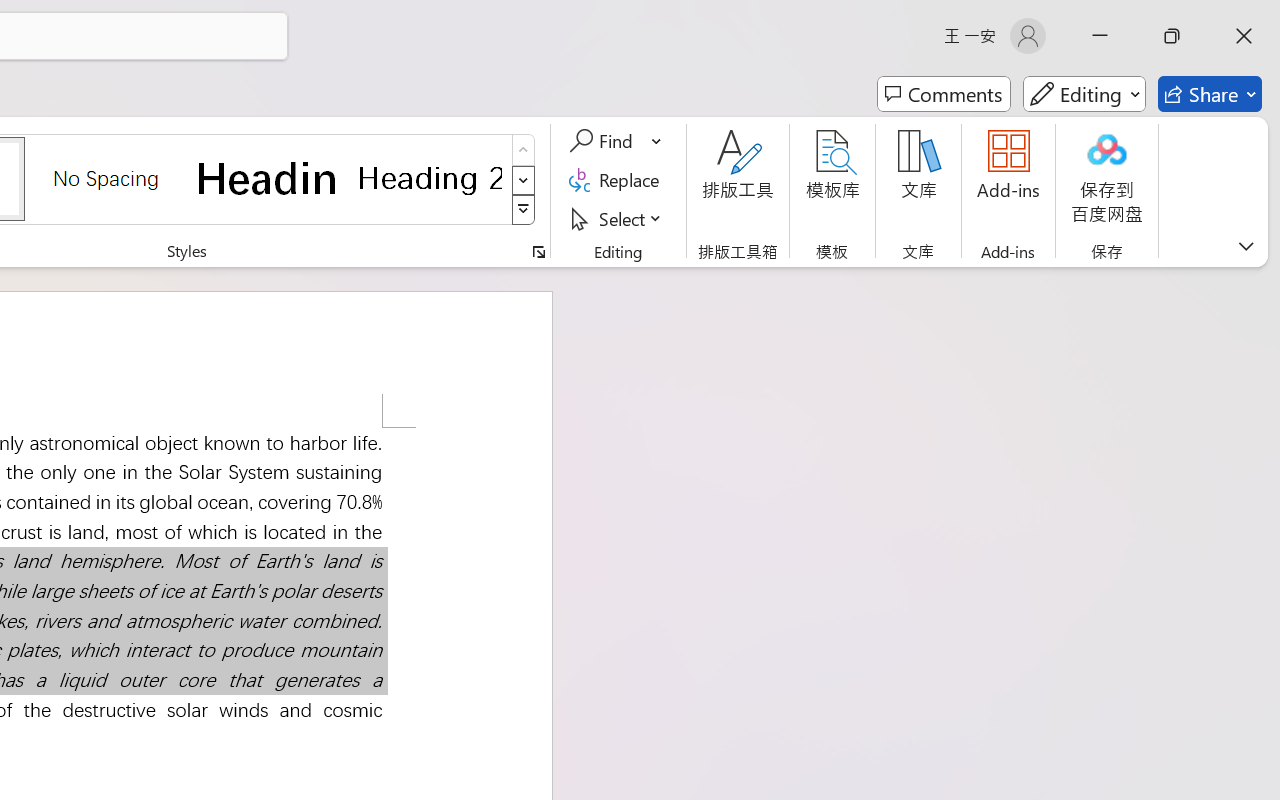 The width and height of the screenshot is (1280, 800). Describe the element at coordinates (267, 177) in the screenshot. I see `'Heading 1'` at that location.